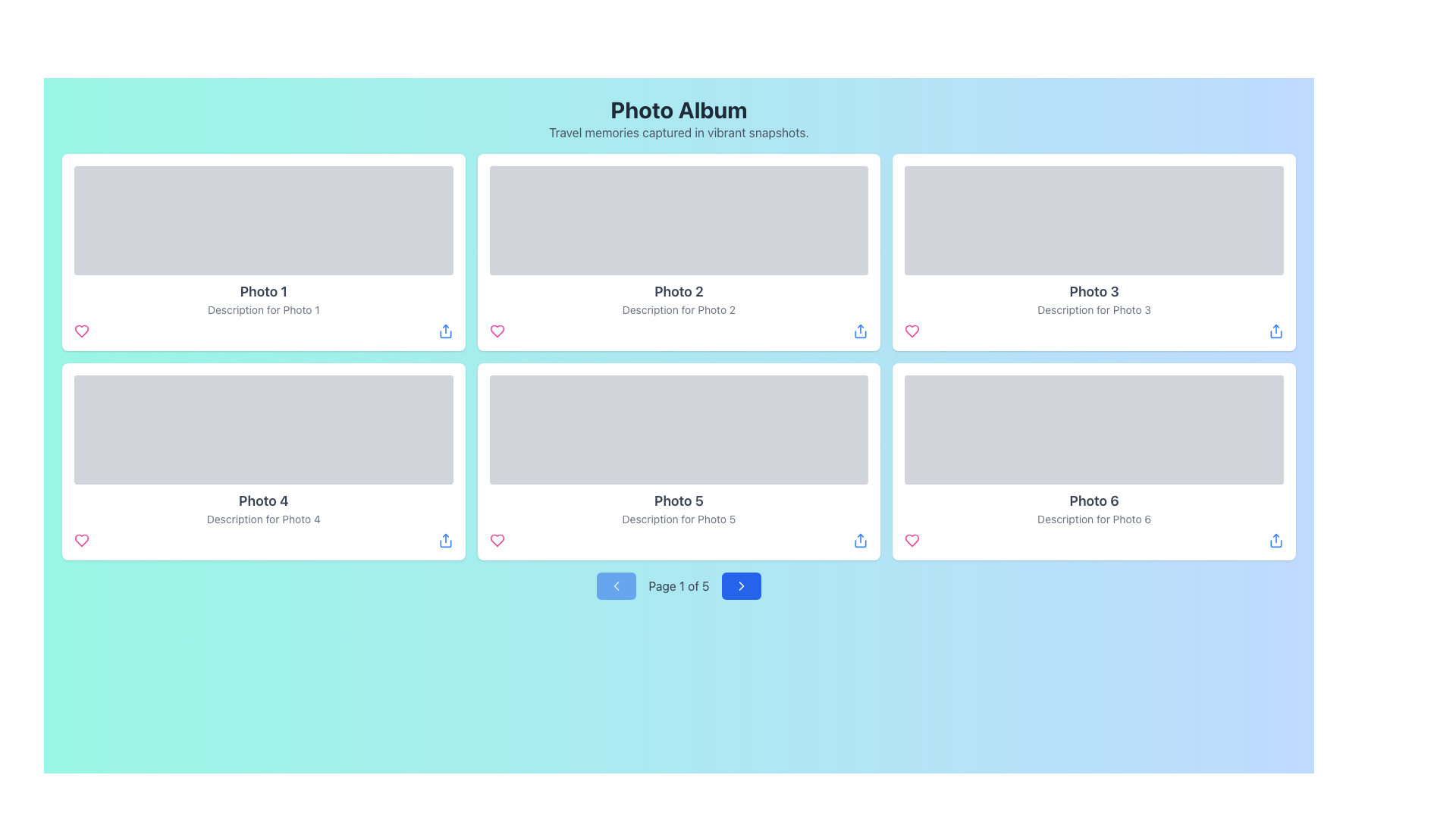  I want to click on the heart-shaped icon with a pink outline located at the bottom-left corner of the first photo card to mark or unmark the photo as a favorite, so click(81, 540).